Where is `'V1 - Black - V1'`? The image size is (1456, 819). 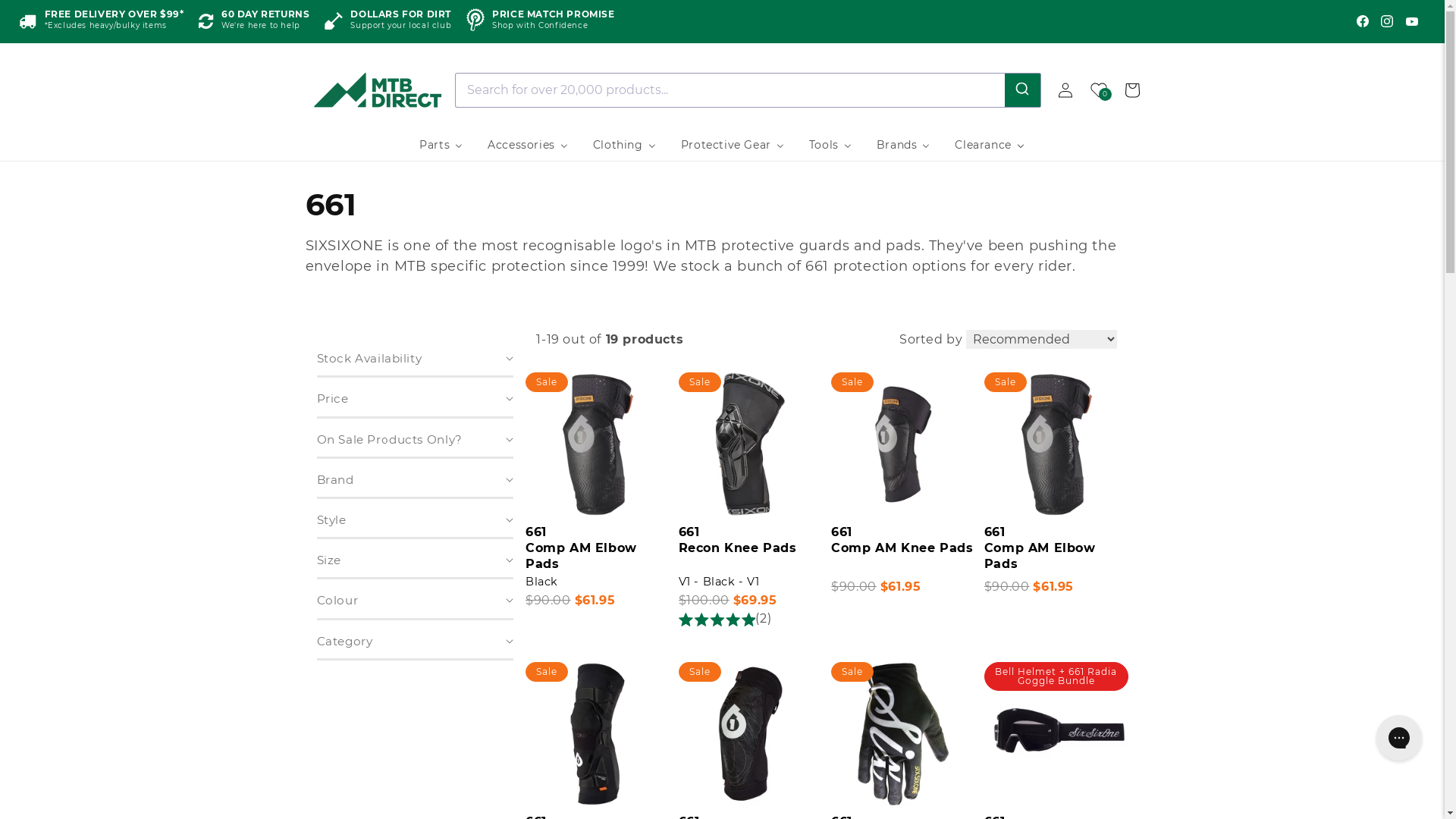
'V1 - Black - V1' is located at coordinates (718, 581).